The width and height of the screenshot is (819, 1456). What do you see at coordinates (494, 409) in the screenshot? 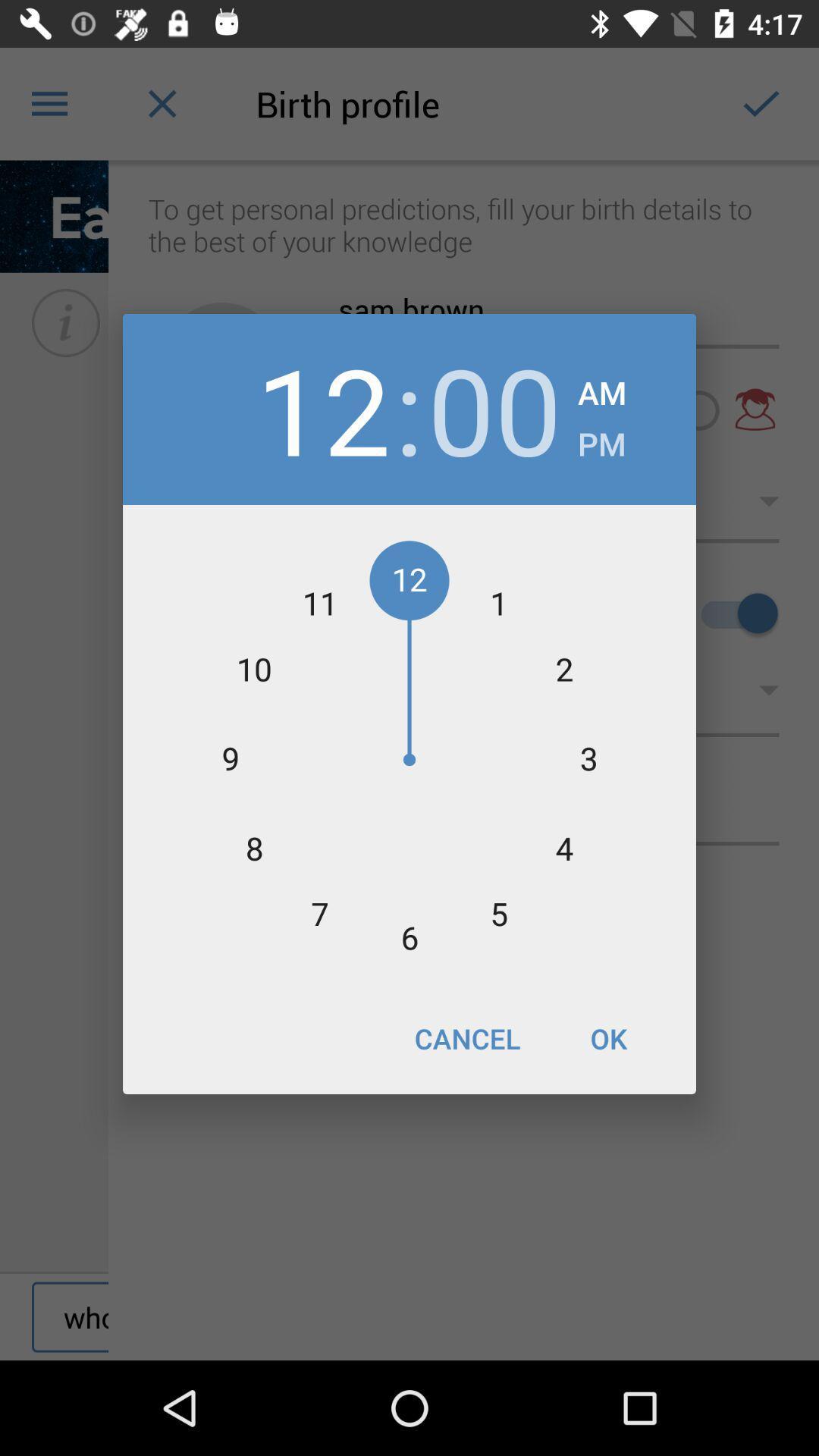
I see `the item next to am icon` at bounding box center [494, 409].